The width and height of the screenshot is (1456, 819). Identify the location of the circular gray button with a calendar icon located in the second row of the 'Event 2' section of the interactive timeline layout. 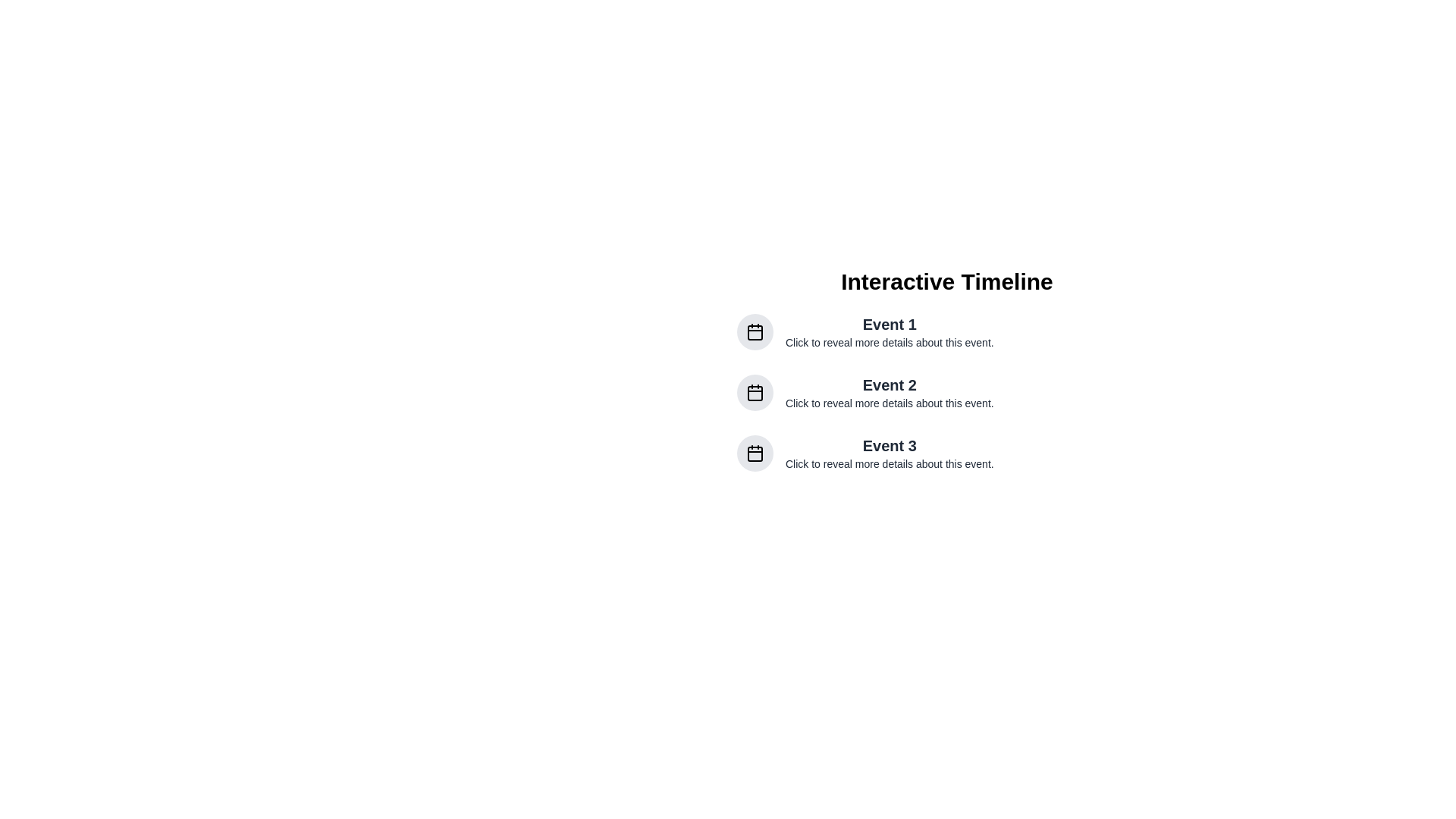
(755, 391).